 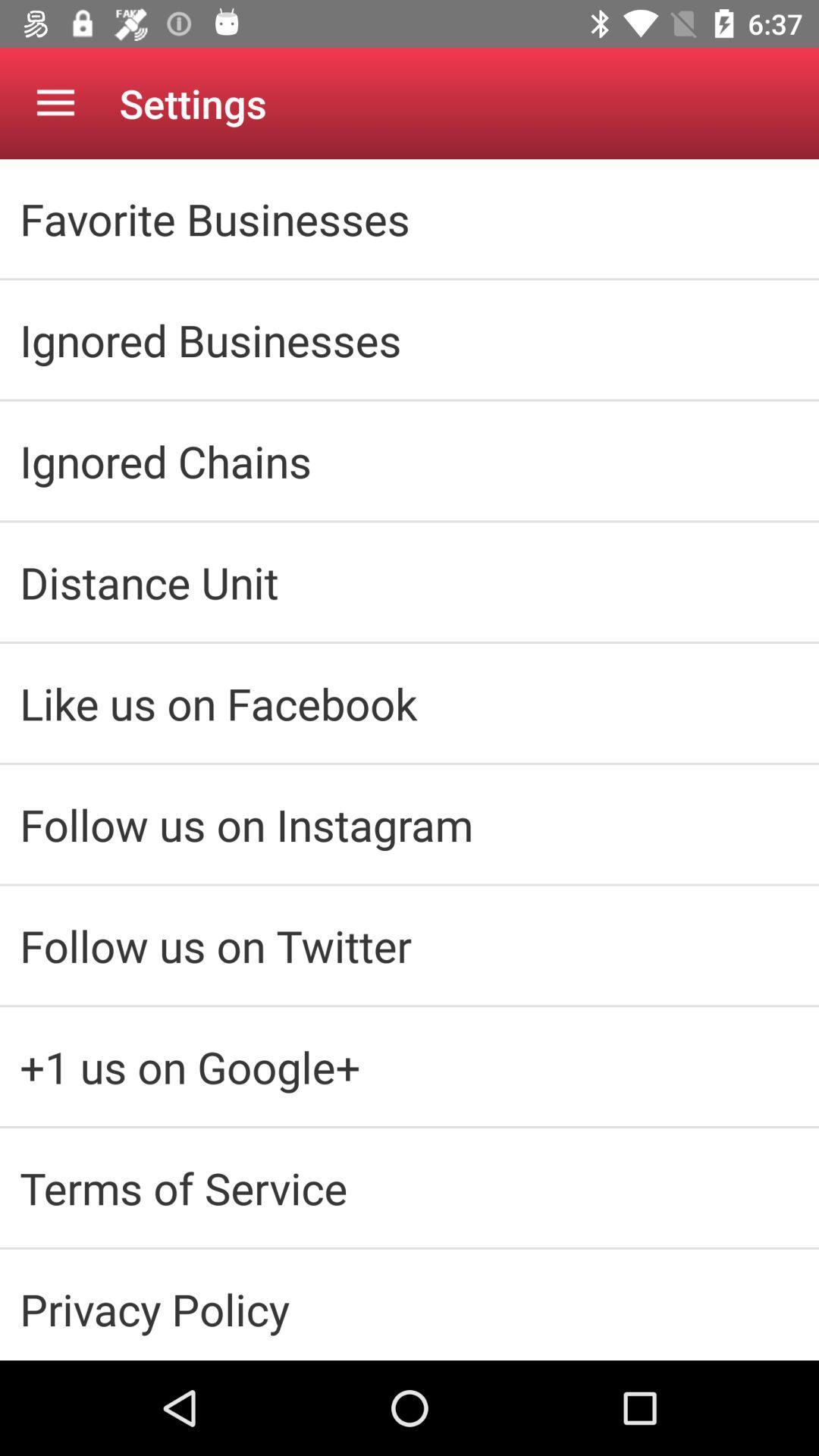 What do you see at coordinates (409, 218) in the screenshot?
I see `the favorite businesses` at bounding box center [409, 218].